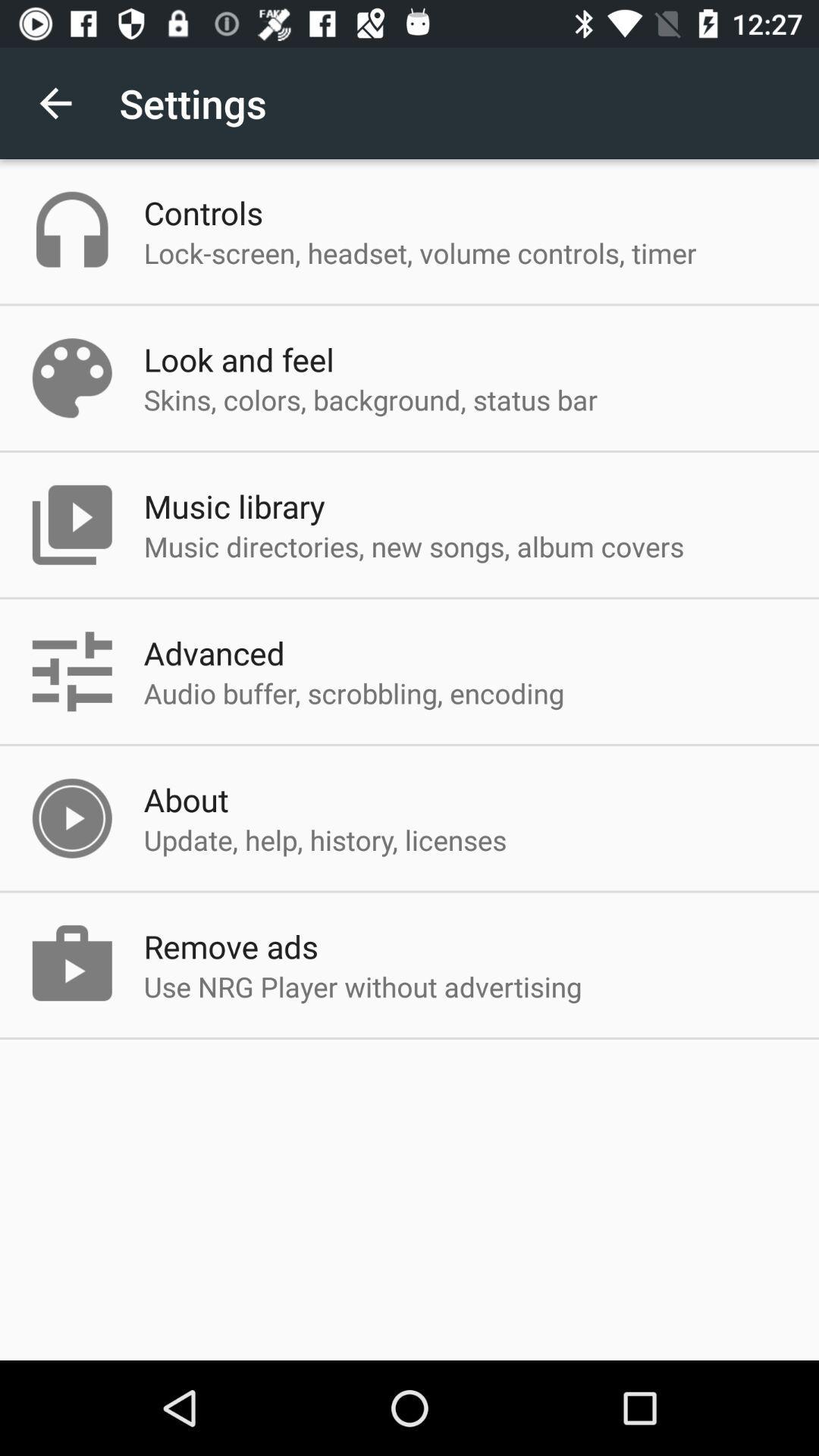  Describe the element at coordinates (55, 102) in the screenshot. I see `the app next to the settings icon` at that location.